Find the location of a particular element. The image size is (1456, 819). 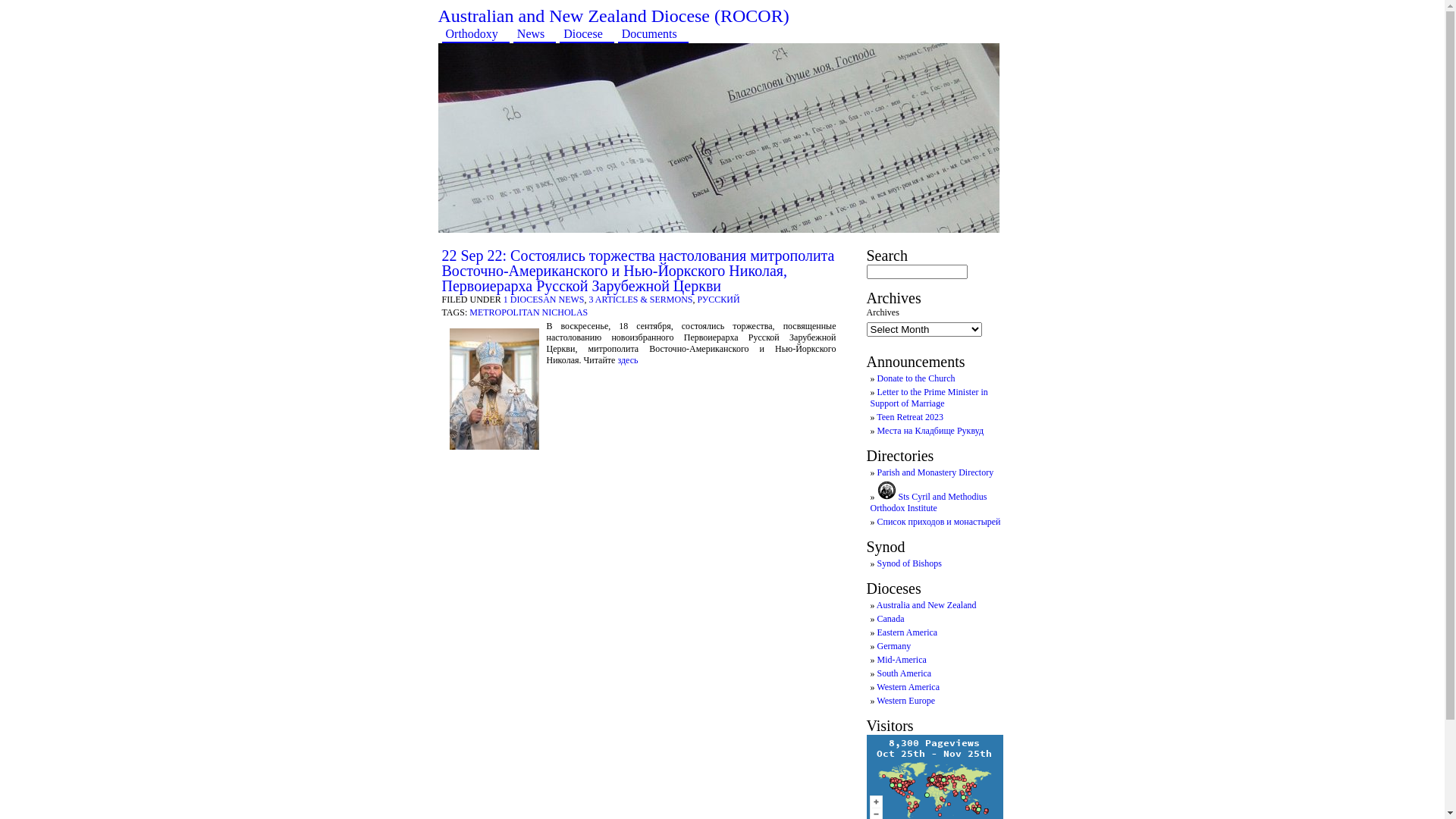

'South America' is located at coordinates (903, 672).